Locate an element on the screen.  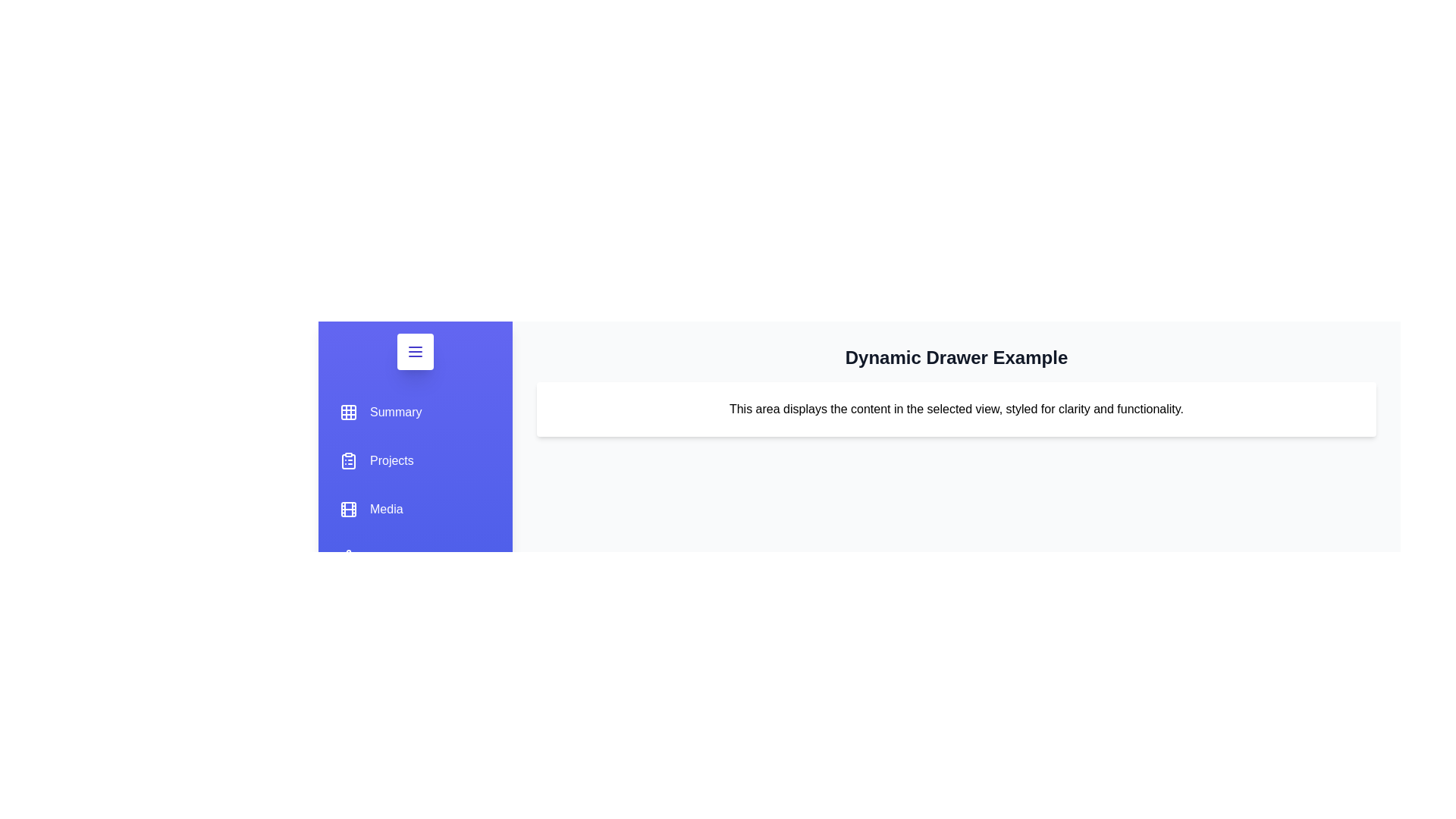
the Settings button to select the corresponding section is located at coordinates (375, 558).